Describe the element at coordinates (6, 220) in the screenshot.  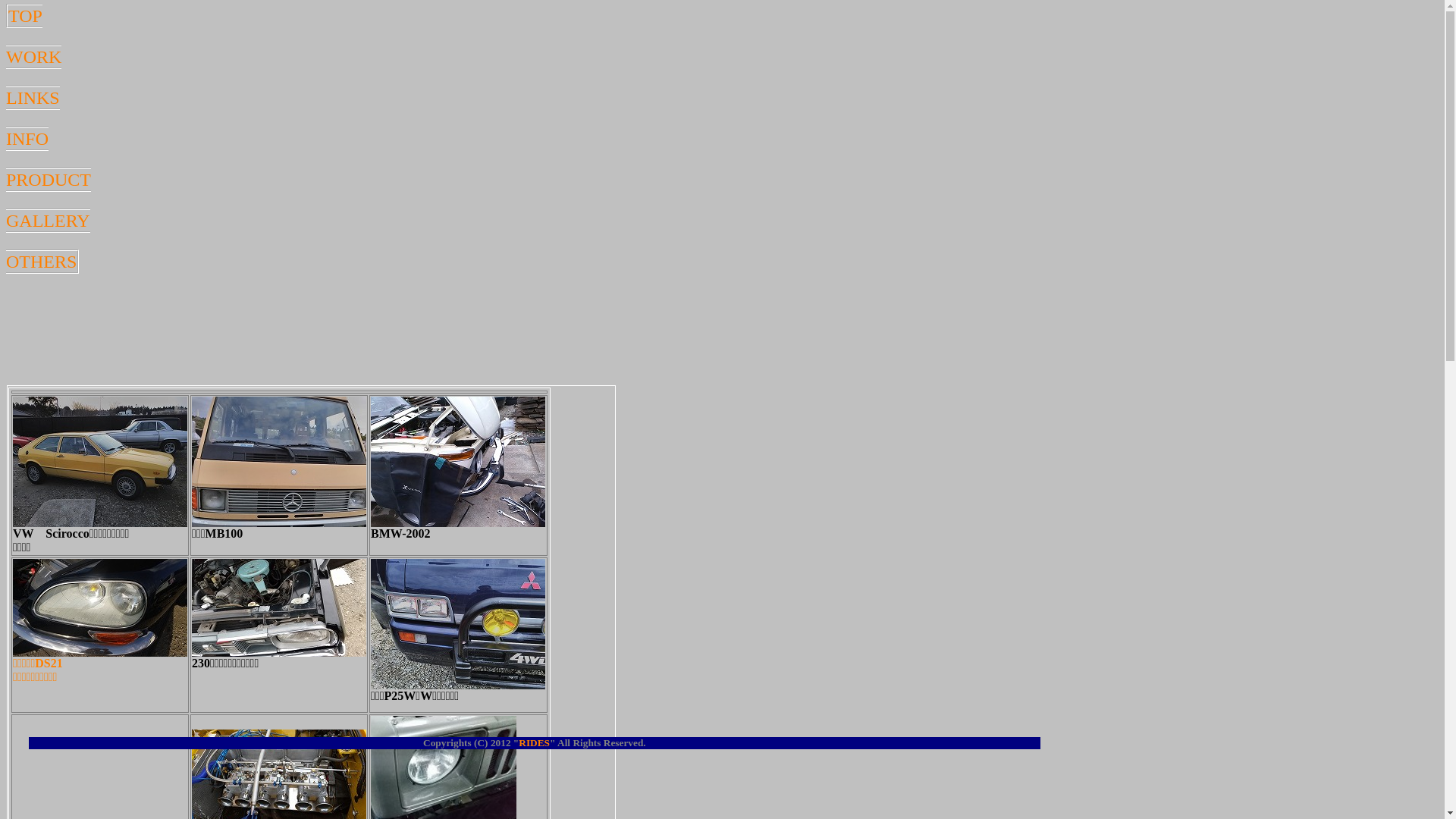
I see `'GALLERY'` at that location.